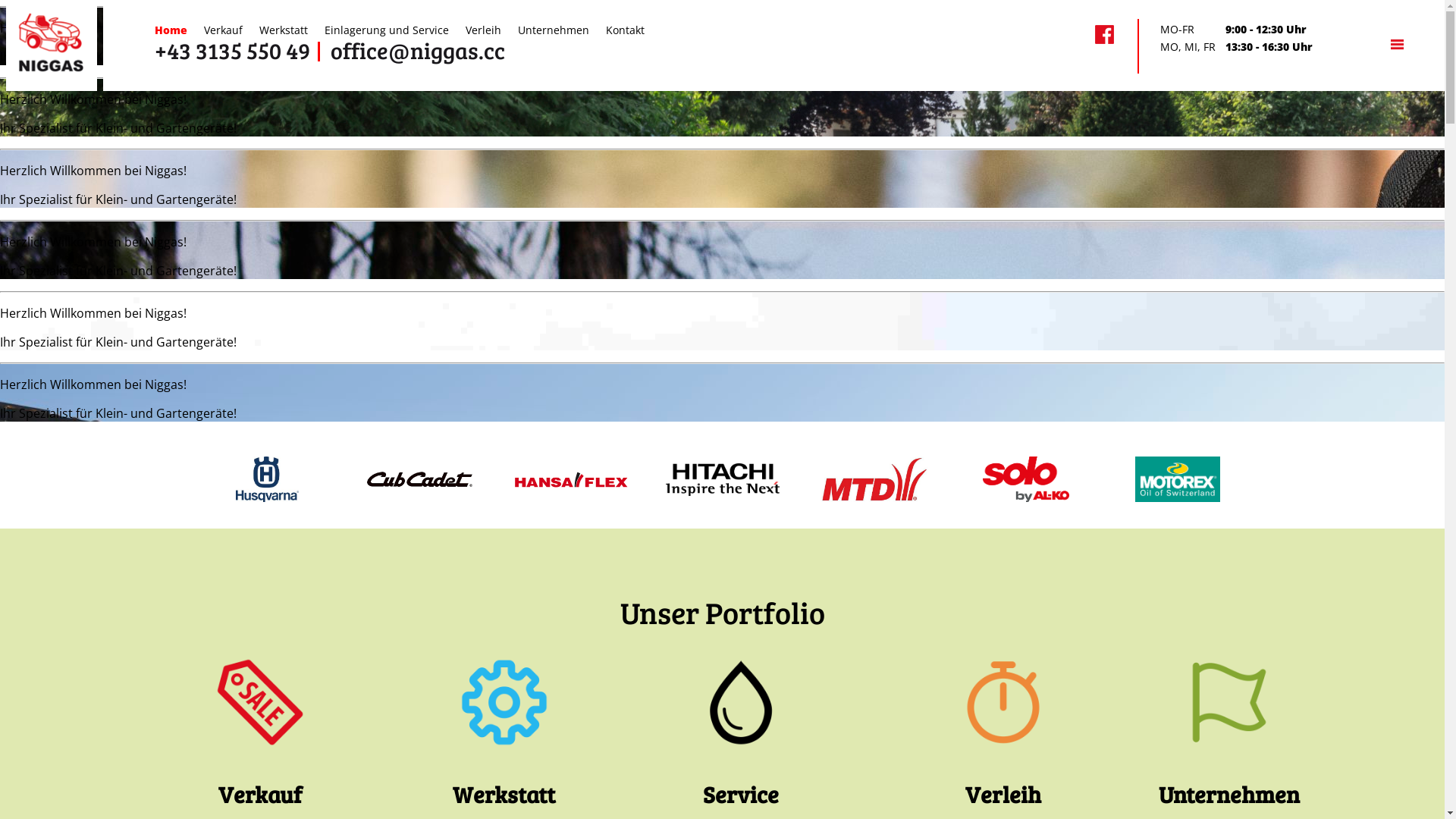  Describe the element at coordinates (154, 30) in the screenshot. I see `'Home'` at that location.